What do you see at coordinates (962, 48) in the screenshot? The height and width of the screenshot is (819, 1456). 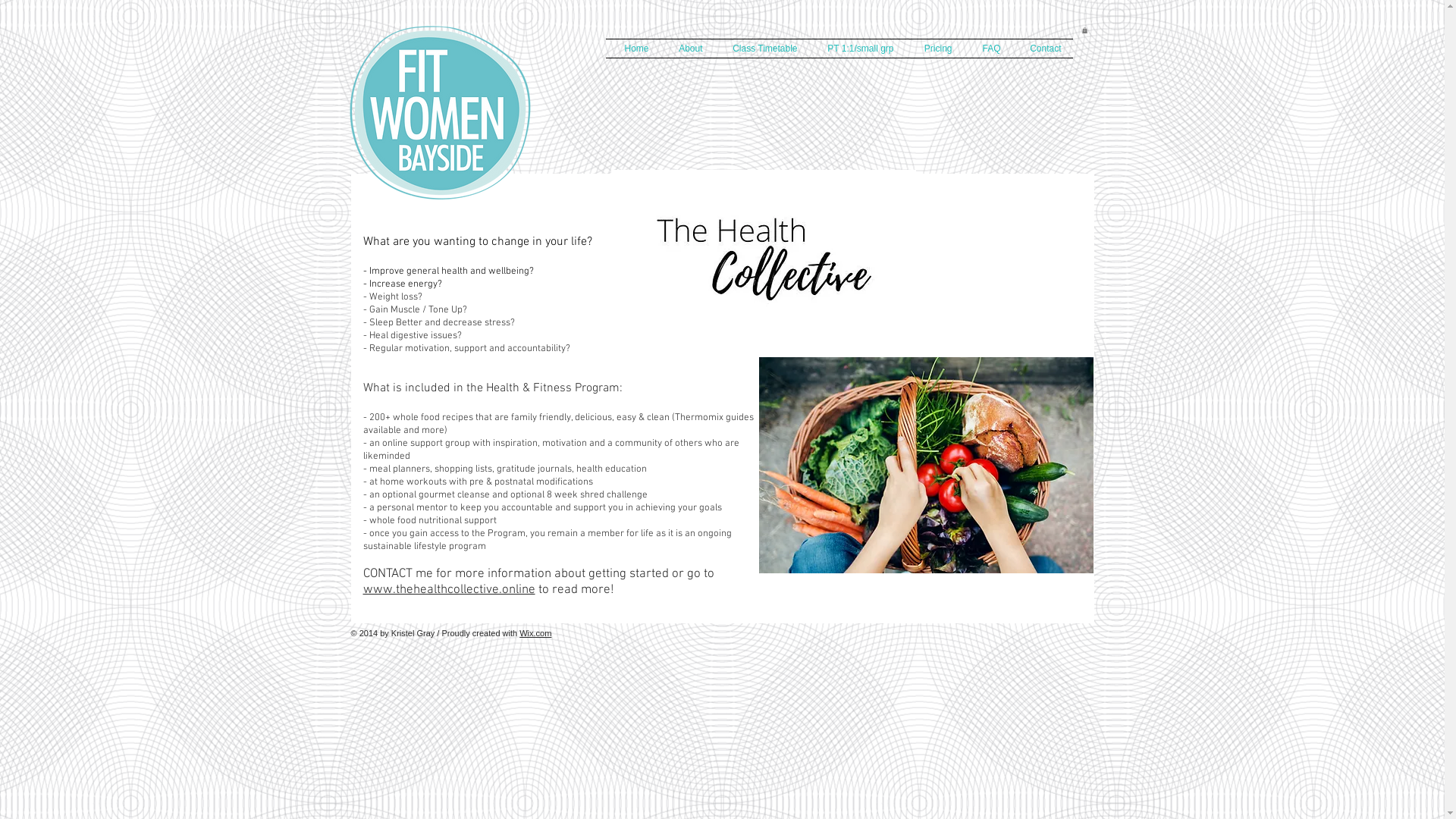 I see `'FAQ'` at bounding box center [962, 48].